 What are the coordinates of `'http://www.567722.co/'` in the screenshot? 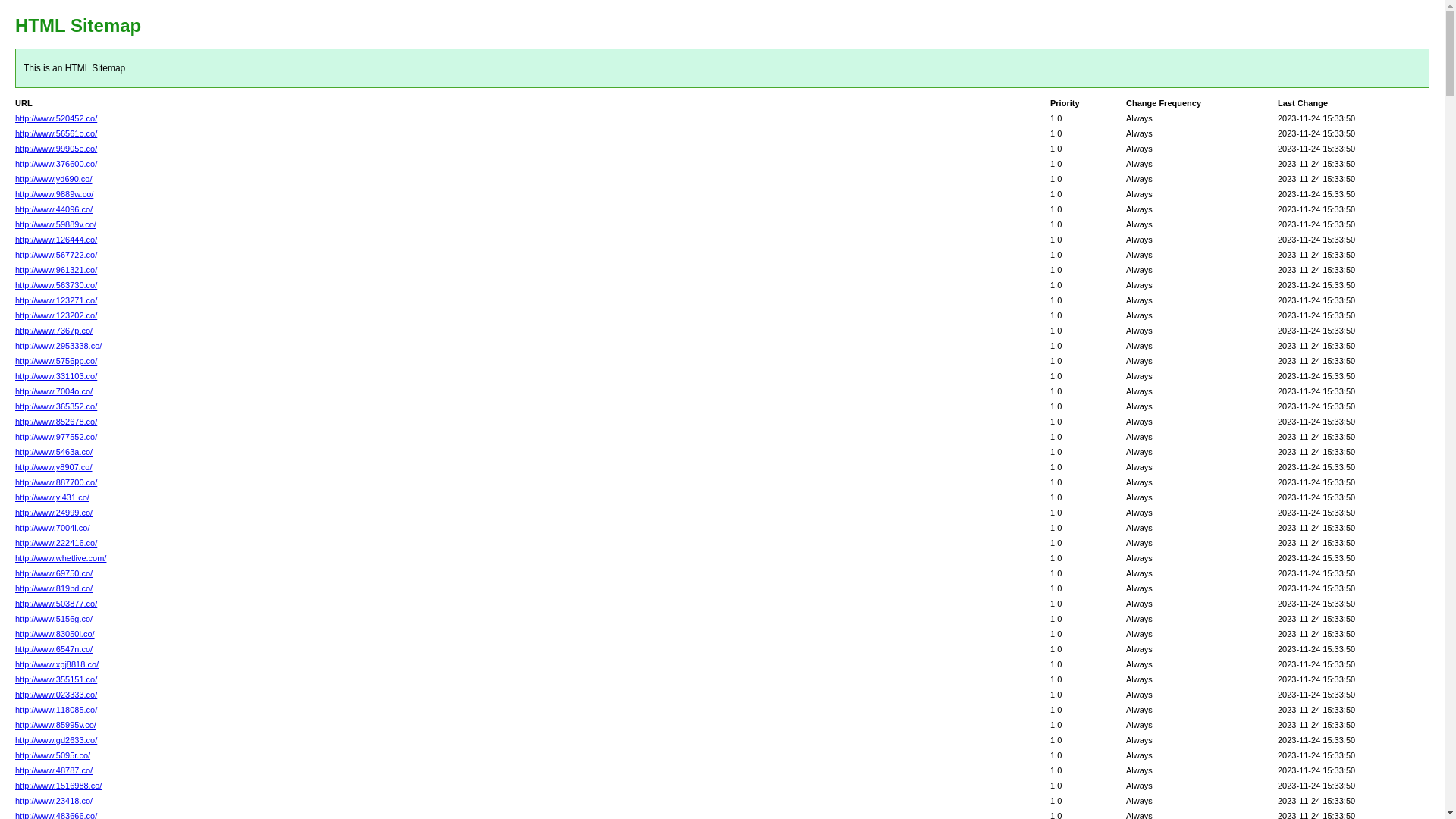 It's located at (55, 253).